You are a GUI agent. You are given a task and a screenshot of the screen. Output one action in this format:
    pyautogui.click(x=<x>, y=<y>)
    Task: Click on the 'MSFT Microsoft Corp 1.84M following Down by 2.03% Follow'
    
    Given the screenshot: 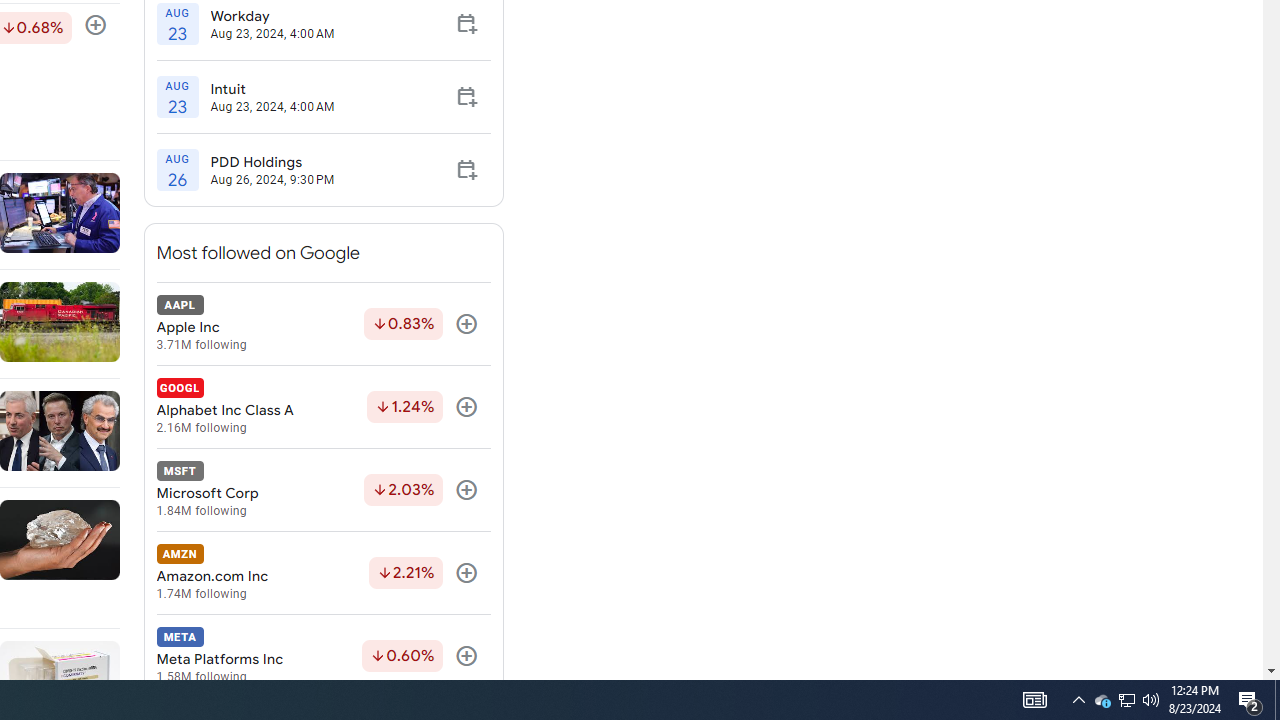 What is the action you would take?
    pyautogui.click(x=323, y=490)
    